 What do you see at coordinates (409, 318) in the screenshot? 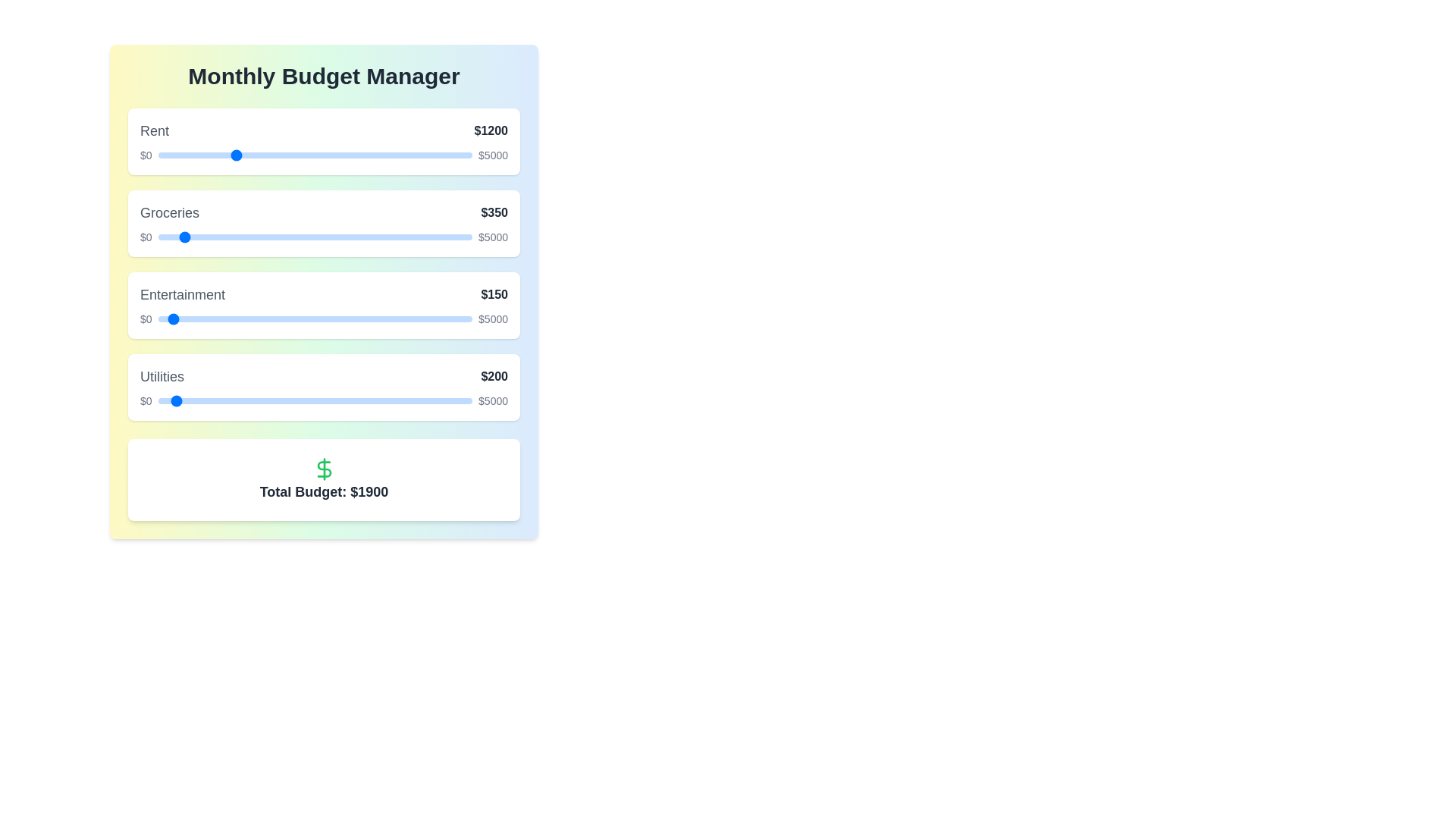
I see `the entertainment budget slider` at bounding box center [409, 318].